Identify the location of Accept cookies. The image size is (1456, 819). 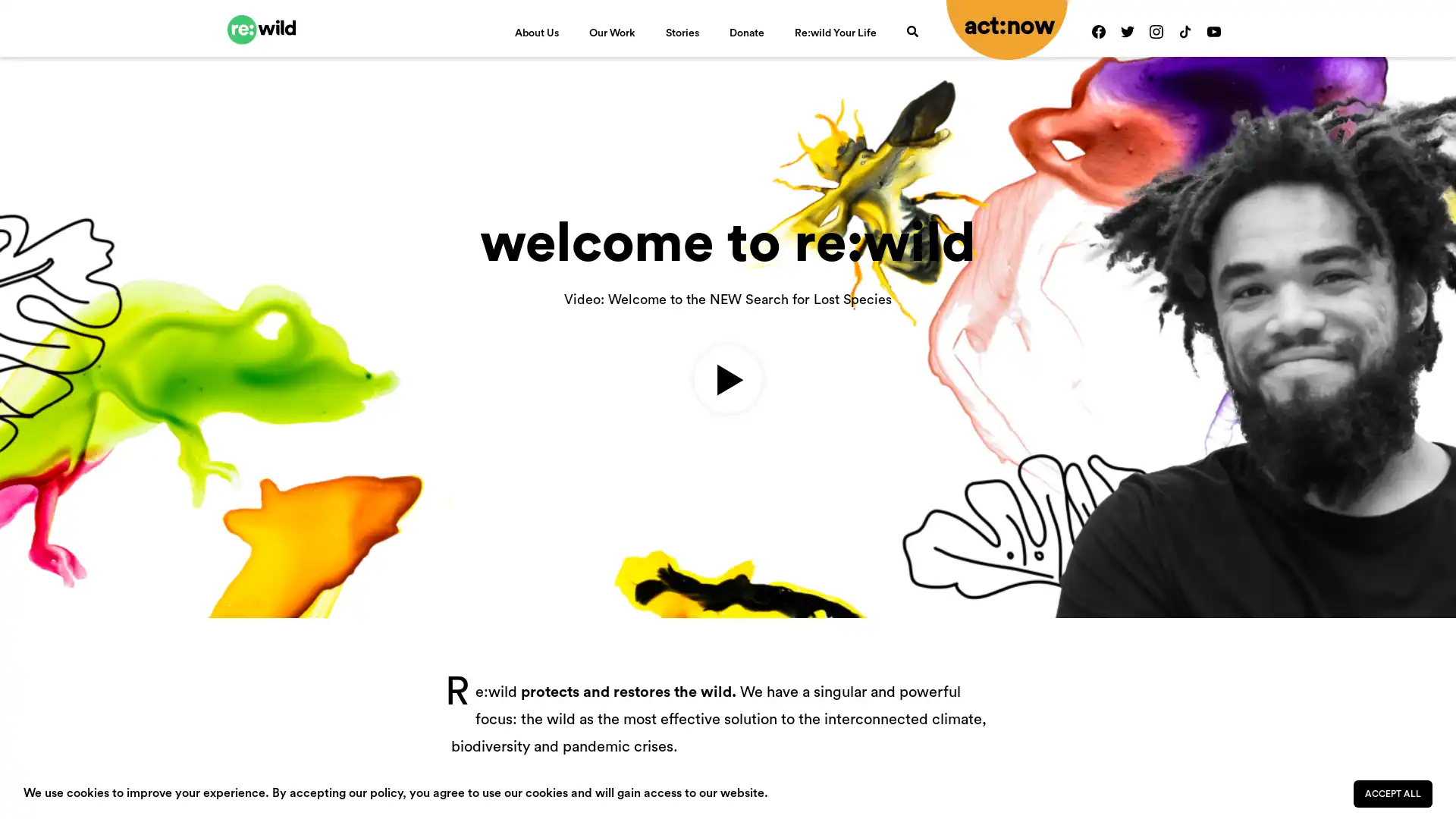
(1393, 792).